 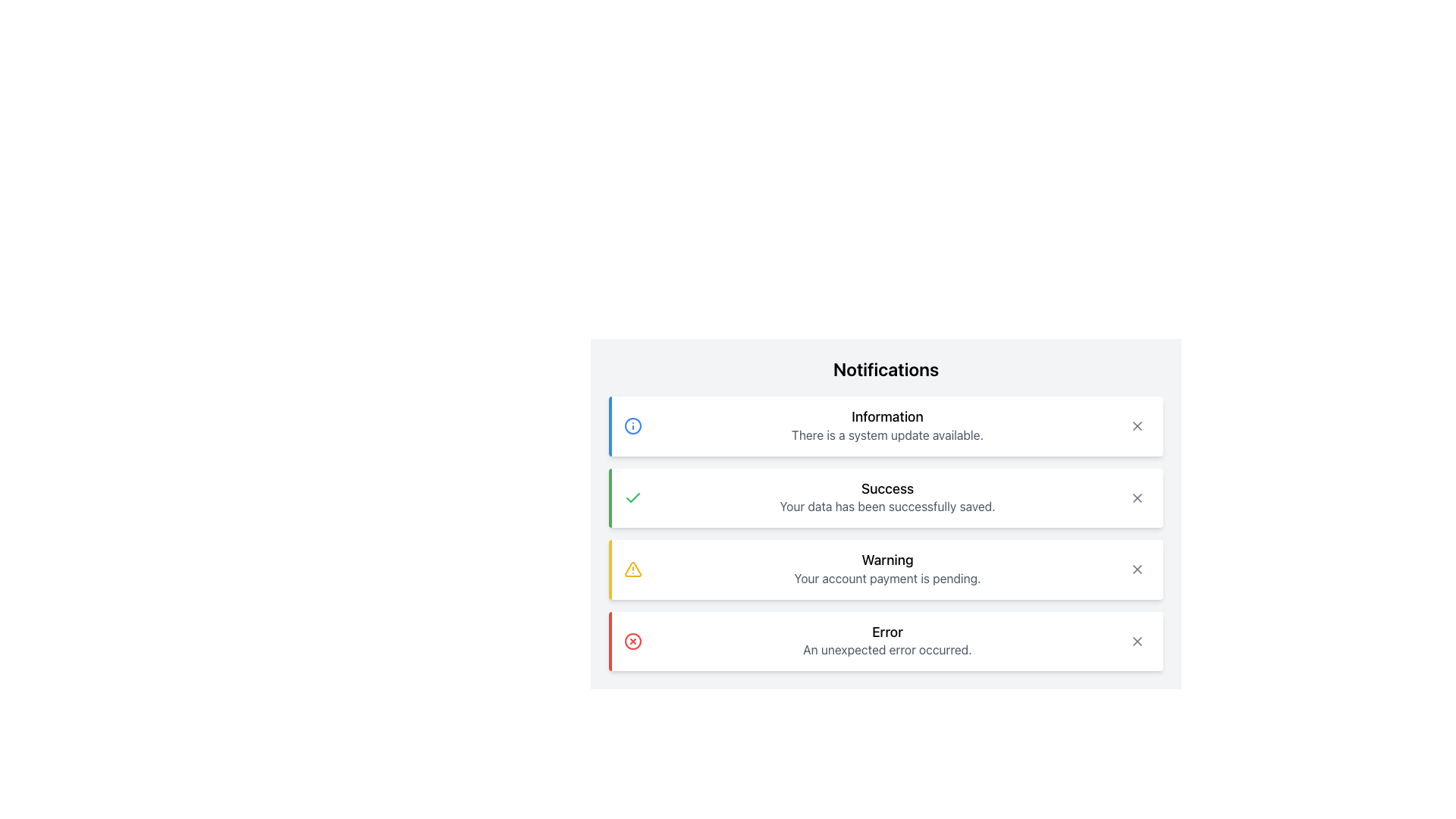 I want to click on the close button in the notification card titled 'Information', so click(x=1137, y=426).